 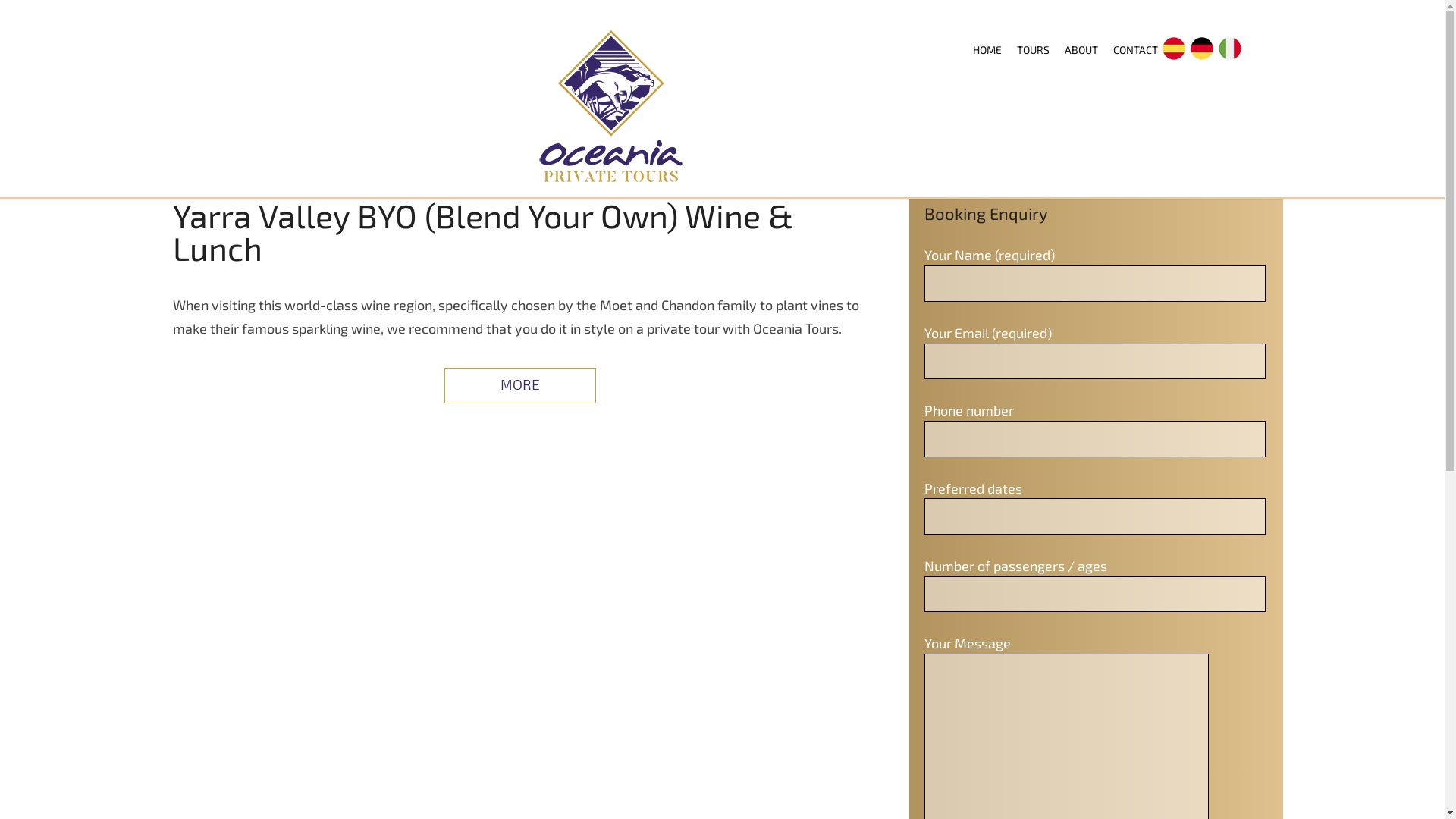 What do you see at coordinates (1128, 49) in the screenshot?
I see `'CONTACT'` at bounding box center [1128, 49].